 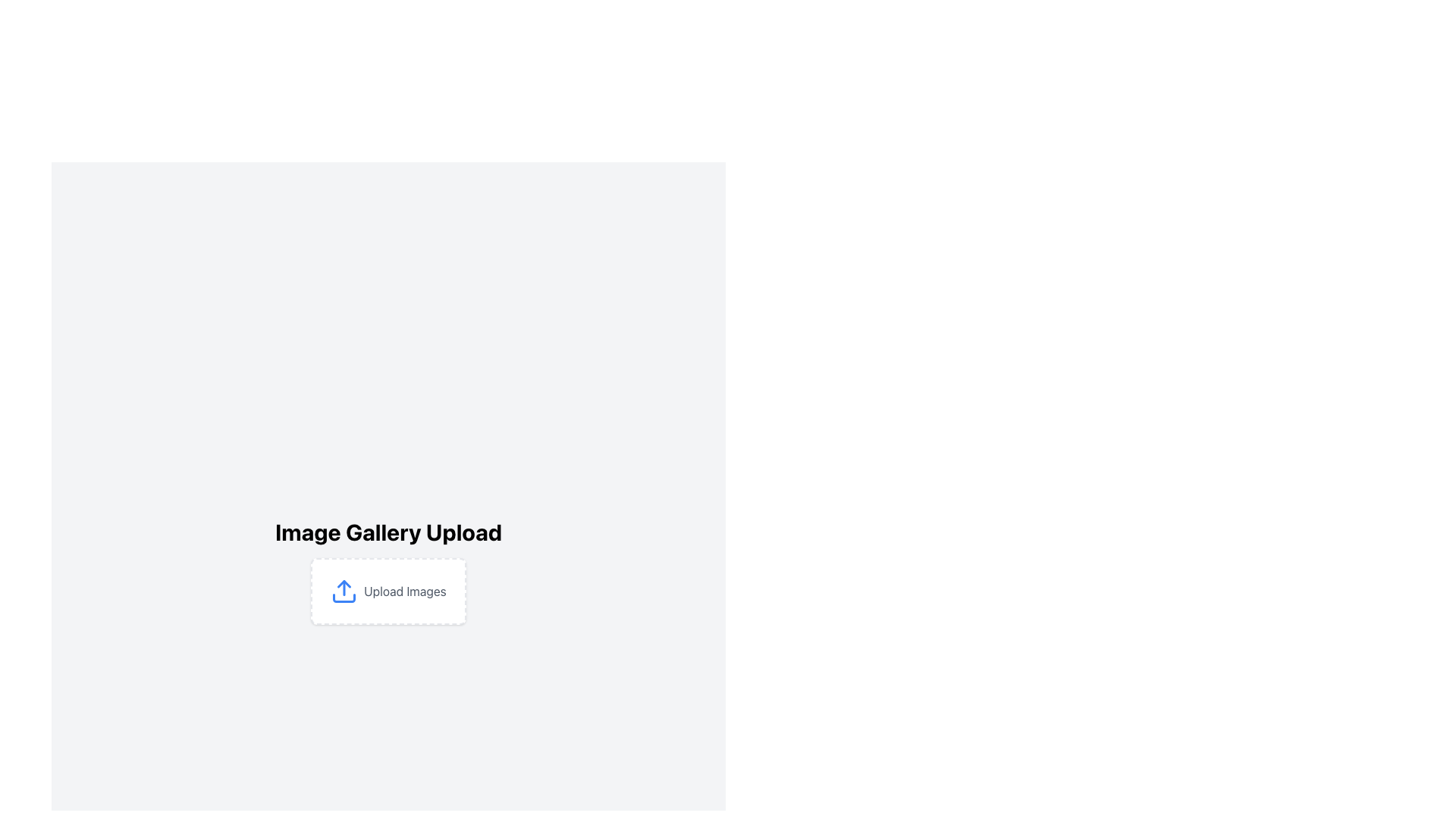 What do you see at coordinates (388, 590) in the screenshot?
I see `the File upload button or area located under the 'Image Gallery Upload' heading` at bounding box center [388, 590].